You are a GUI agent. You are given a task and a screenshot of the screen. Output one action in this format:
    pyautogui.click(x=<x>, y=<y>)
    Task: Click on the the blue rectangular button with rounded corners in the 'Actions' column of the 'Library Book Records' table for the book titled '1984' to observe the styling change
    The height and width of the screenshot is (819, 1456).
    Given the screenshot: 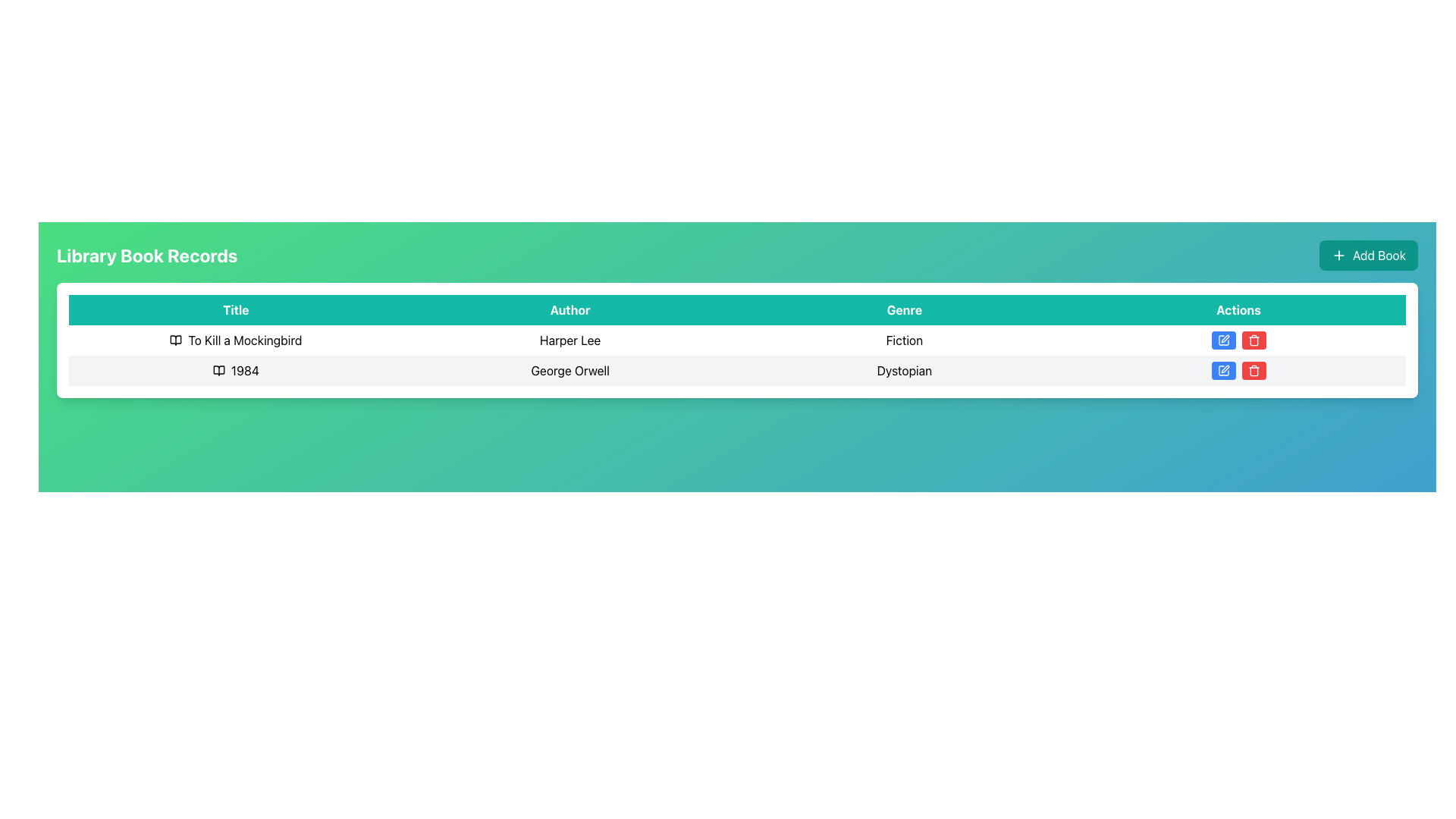 What is the action you would take?
    pyautogui.click(x=1223, y=371)
    